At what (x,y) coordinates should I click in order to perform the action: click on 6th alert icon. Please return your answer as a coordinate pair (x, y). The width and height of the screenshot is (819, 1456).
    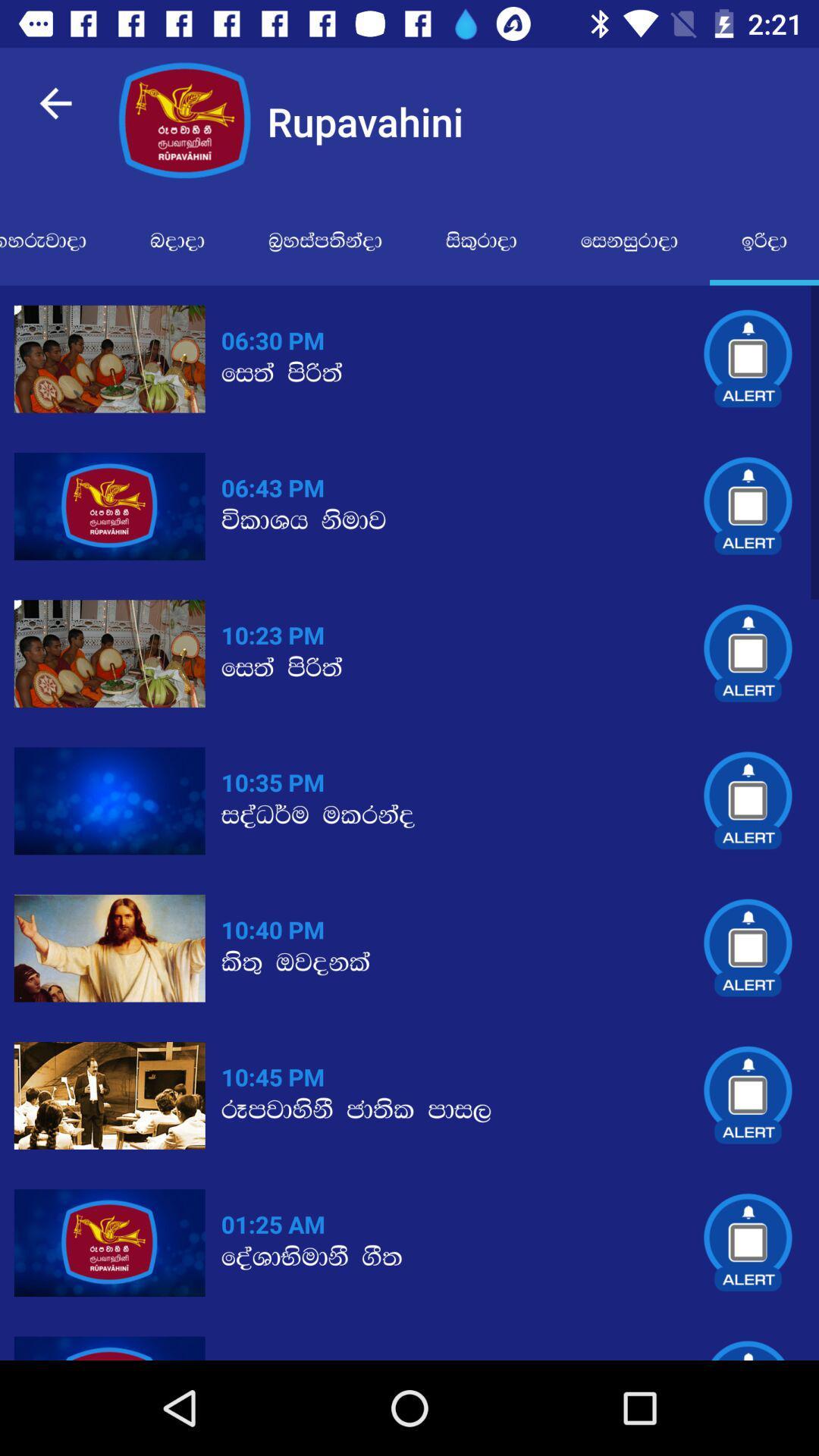
    Looking at the image, I should click on (748, 1095).